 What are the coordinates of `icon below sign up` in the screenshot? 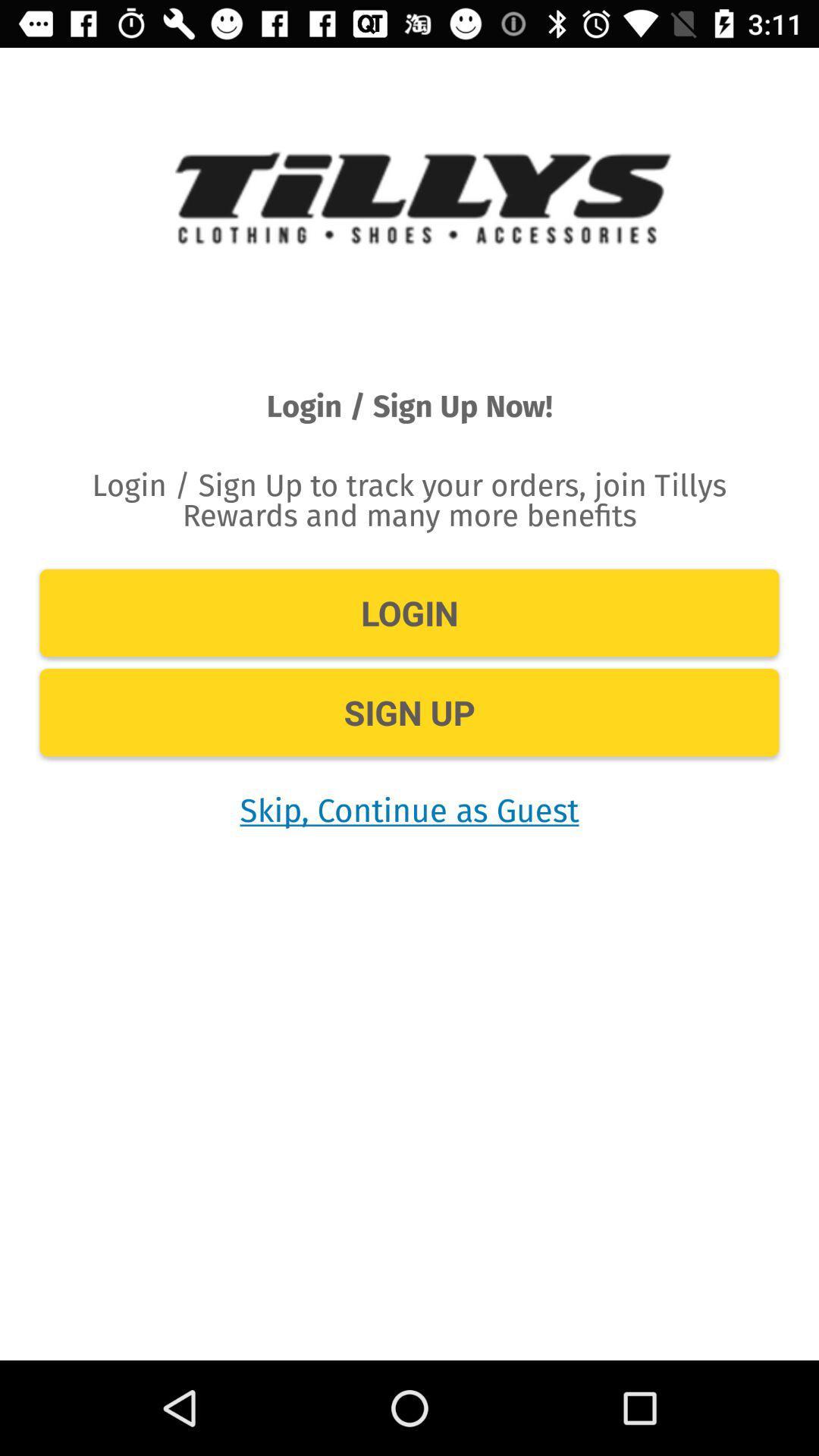 It's located at (409, 808).